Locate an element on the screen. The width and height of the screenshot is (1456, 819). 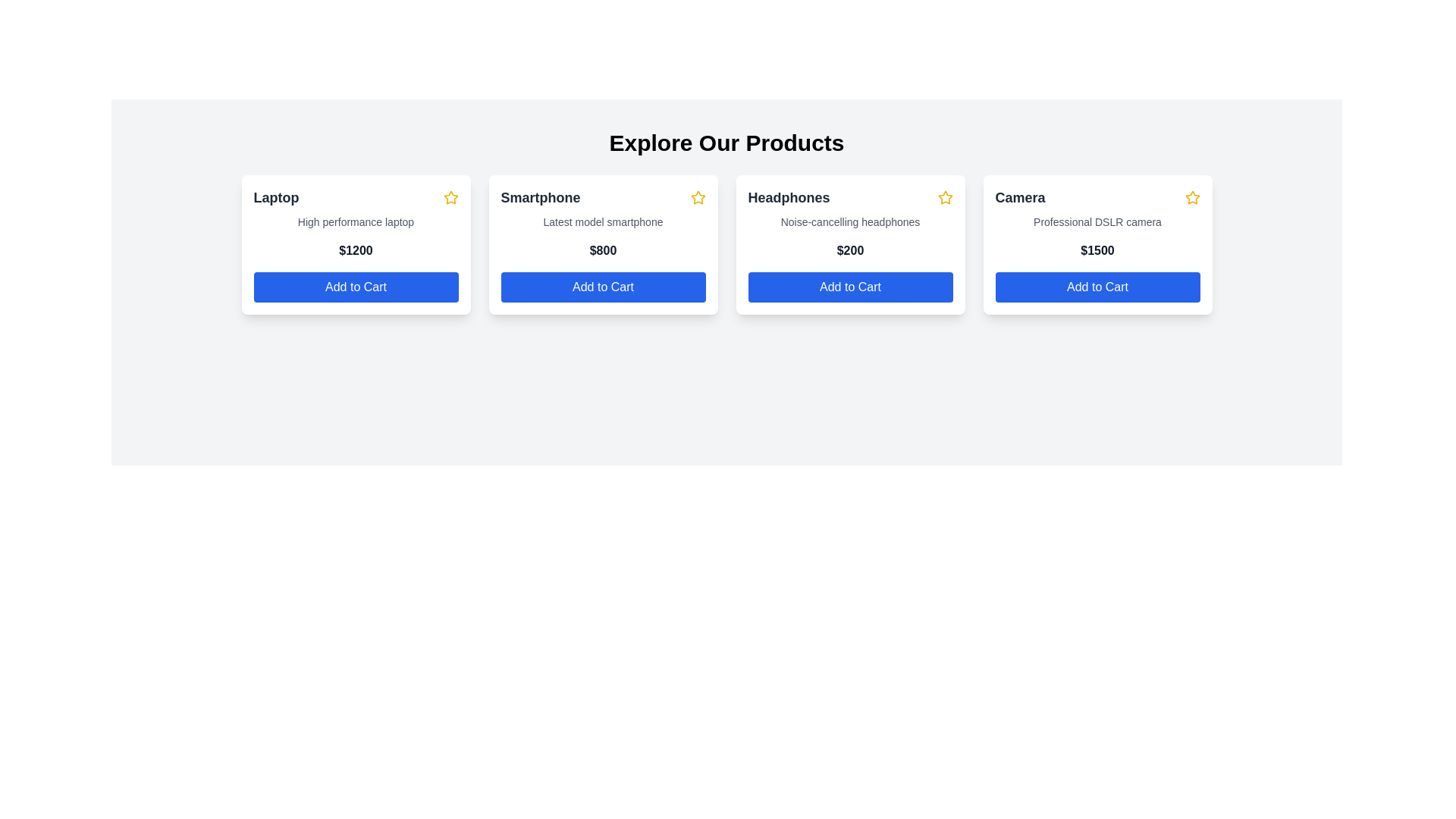
the price text displayed for the product 'Headphones' is located at coordinates (850, 250).